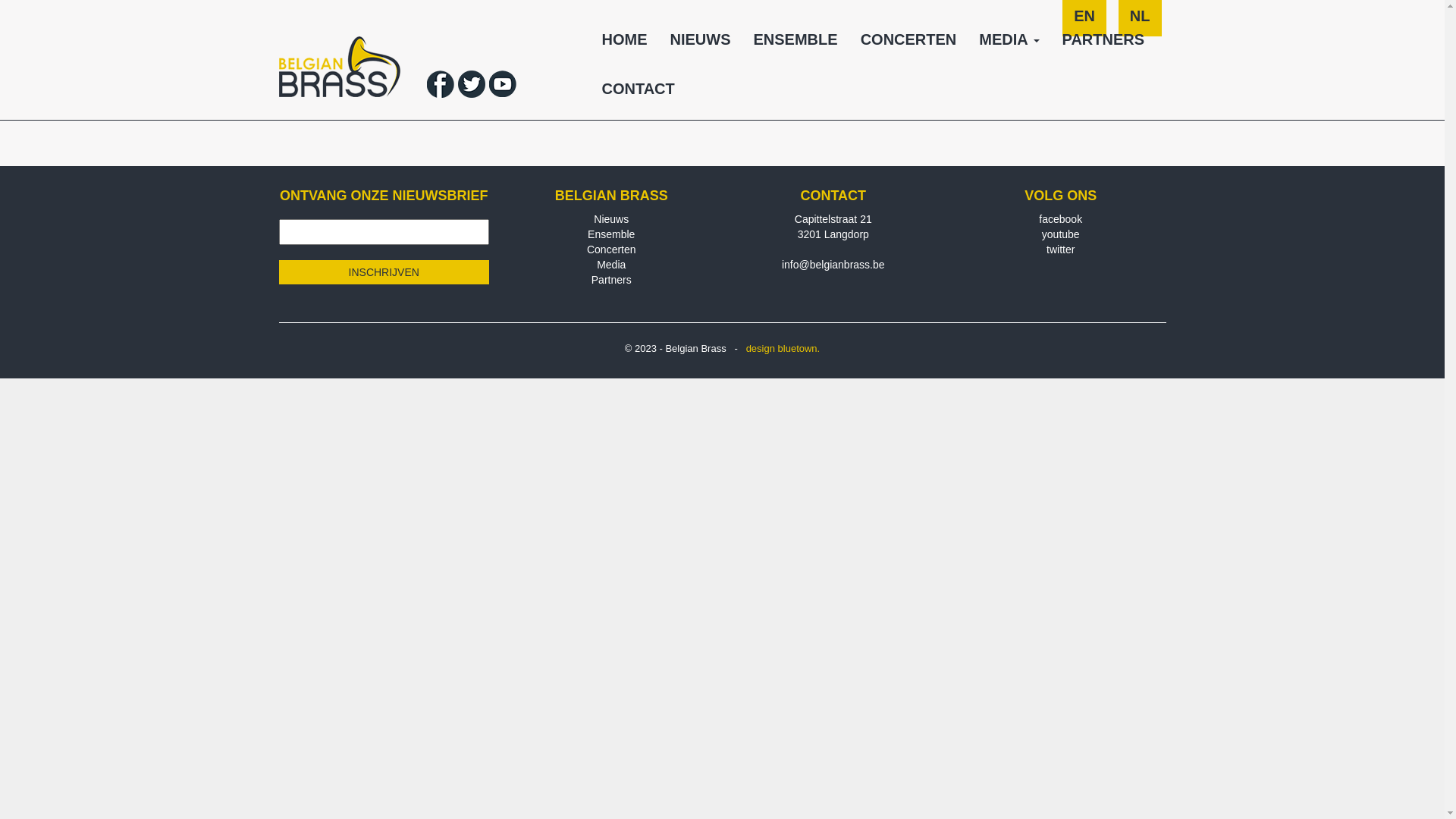  What do you see at coordinates (1009, 44) in the screenshot?
I see `'MEDIA'` at bounding box center [1009, 44].